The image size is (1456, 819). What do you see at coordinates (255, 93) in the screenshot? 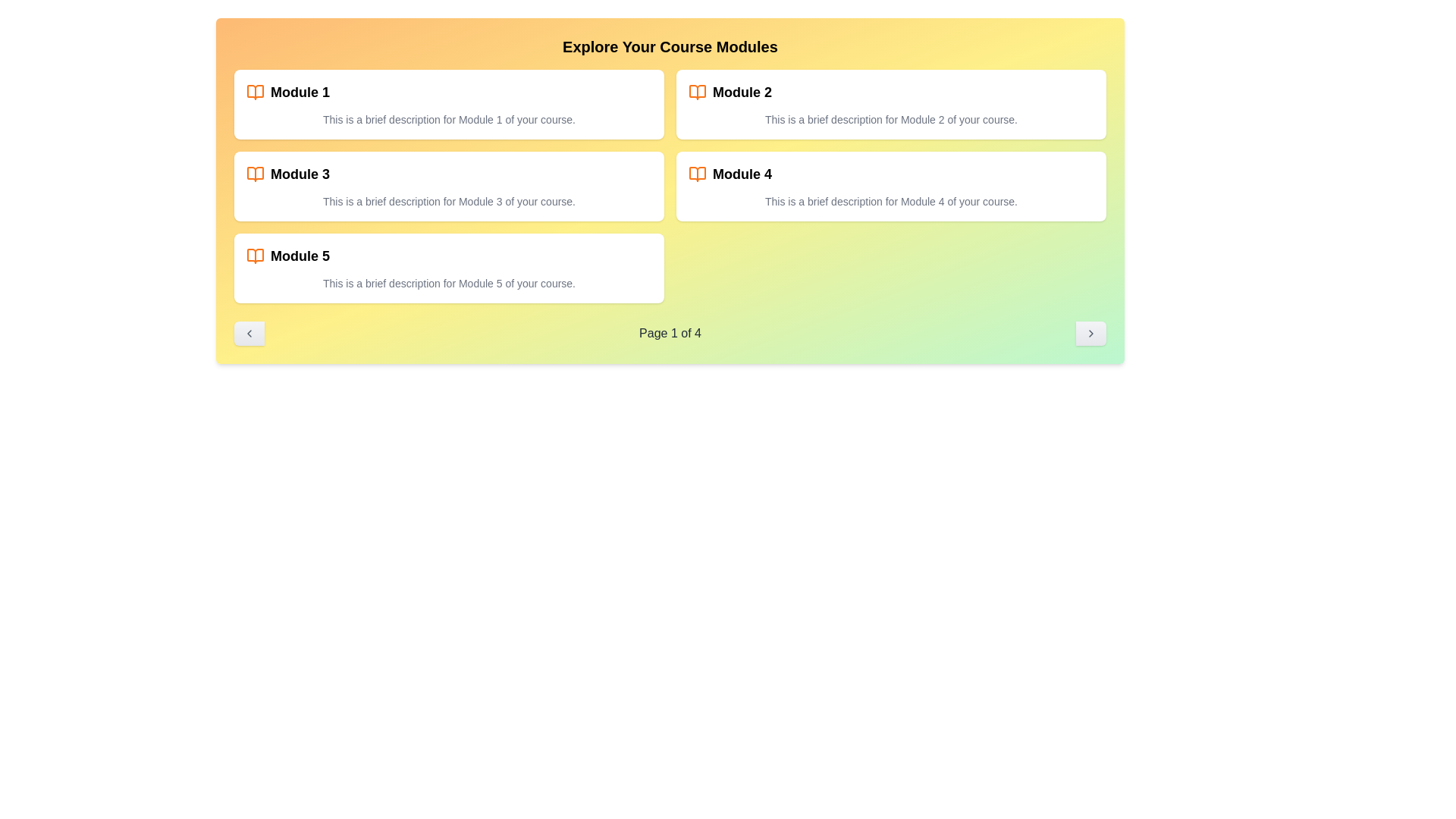
I see `the open book icon representing Module 1, which is positioned at the beginning of the row for educational content` at bounding box center [255, 93].